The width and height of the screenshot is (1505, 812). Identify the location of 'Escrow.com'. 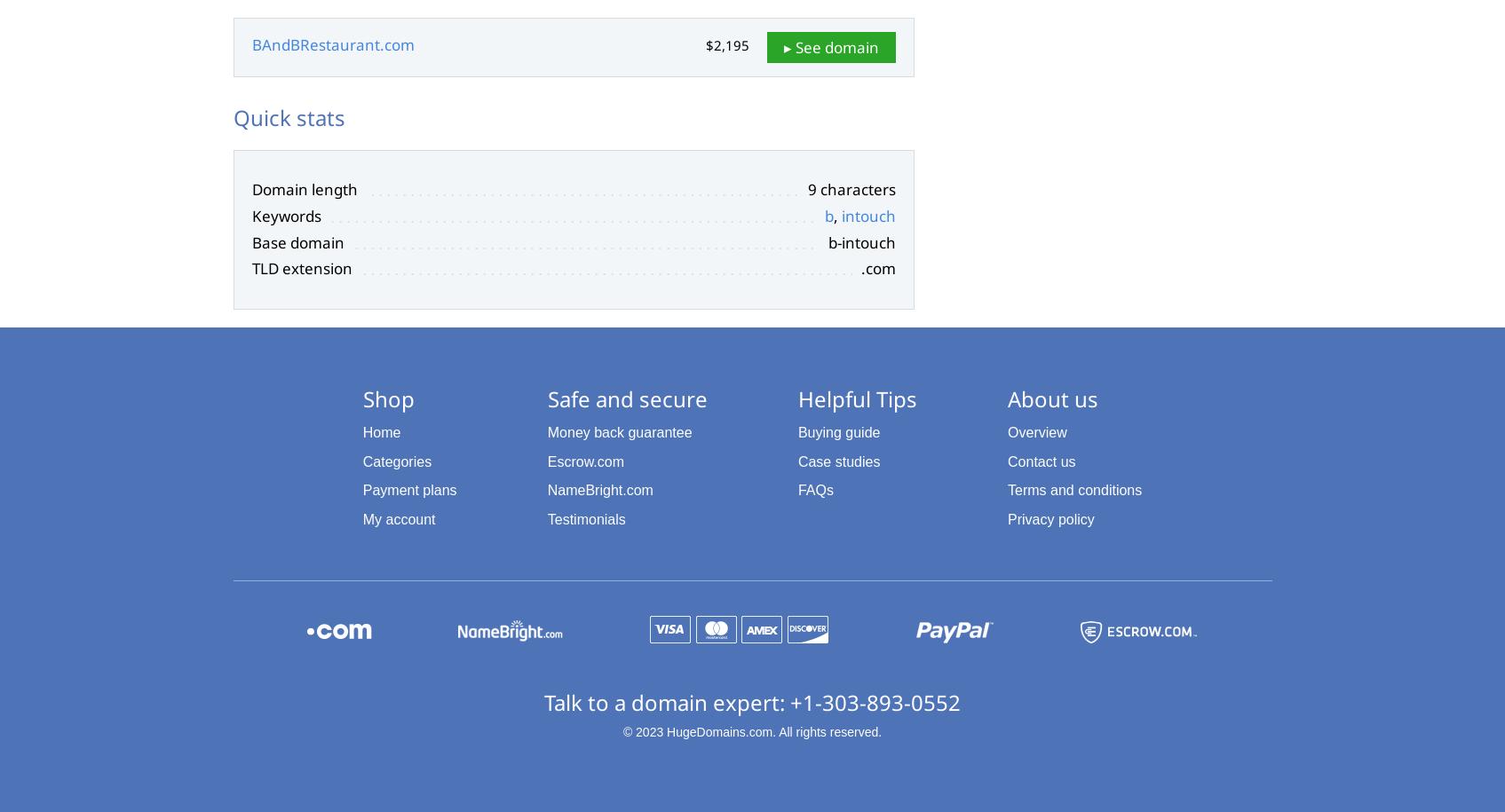
(585, 461).